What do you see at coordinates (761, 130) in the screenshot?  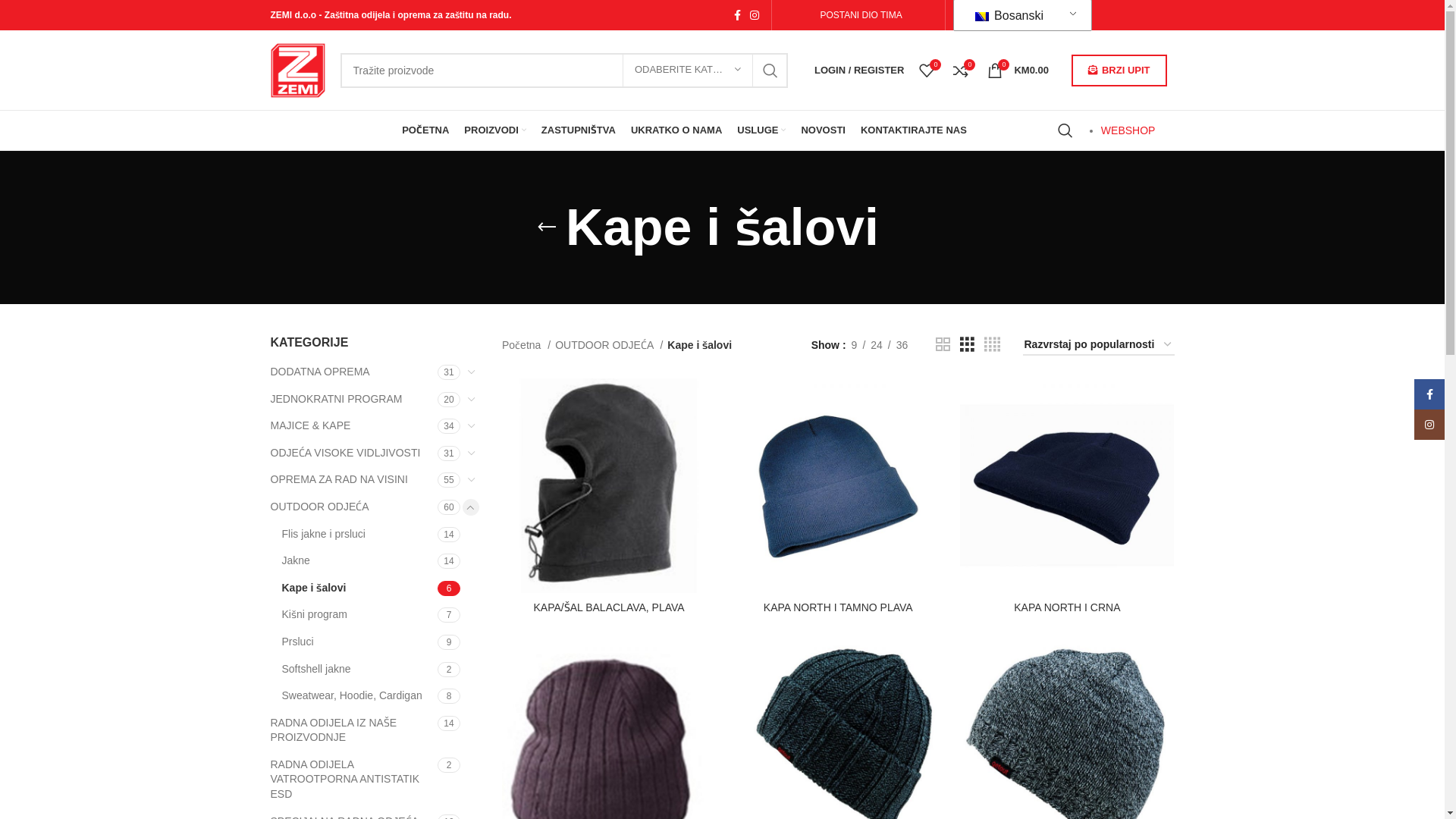 I see `'USLUGE'` at bounding box center [761, 130].